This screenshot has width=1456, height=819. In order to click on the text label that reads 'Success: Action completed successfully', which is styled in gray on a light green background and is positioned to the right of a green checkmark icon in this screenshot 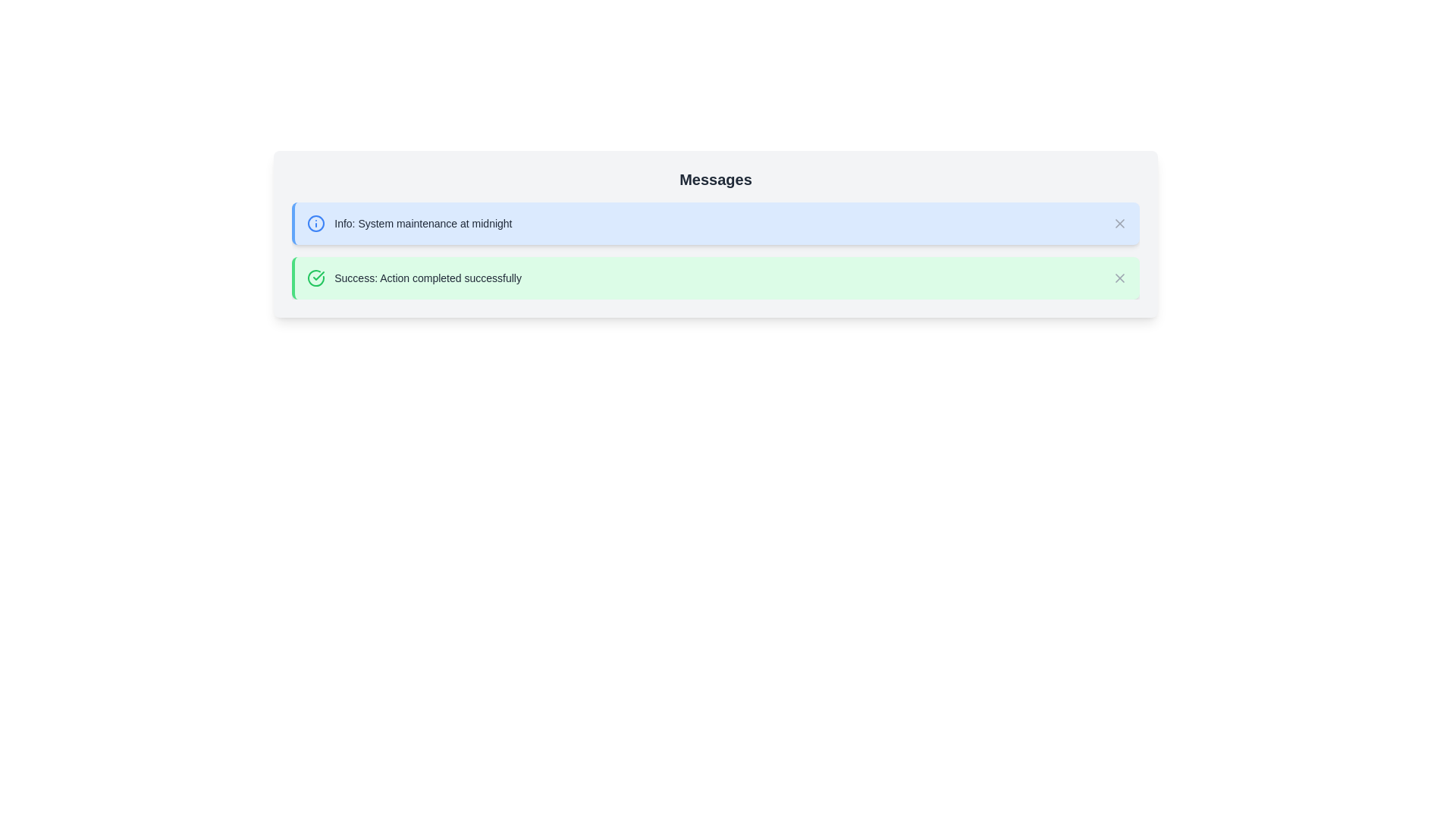, I will do `click(427, 278)`.